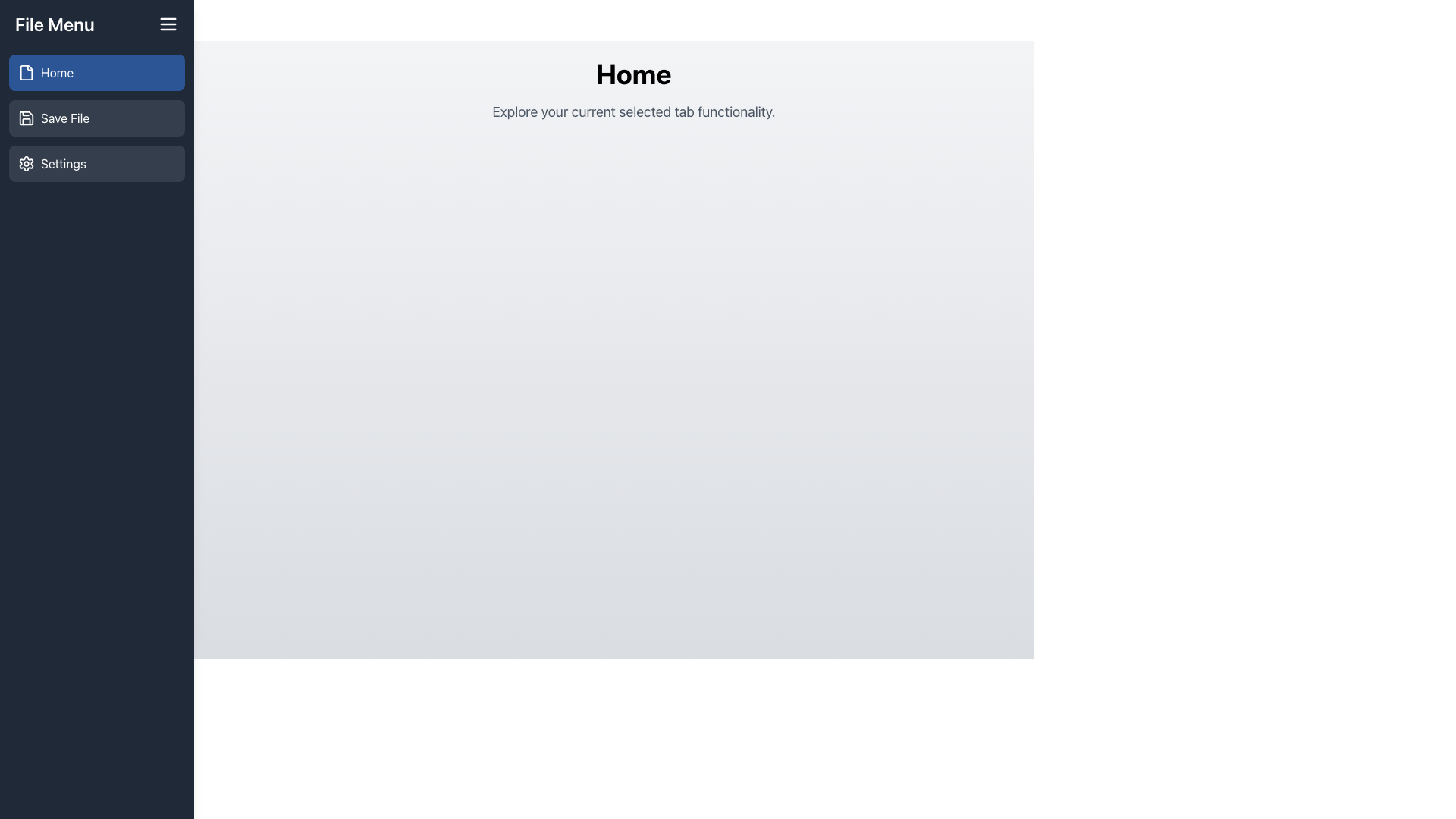  What do you see at coordinates (26, 164) in the screenshot?
I see `the gear-shaped icon located in the 'Settings' menu` at bounding box center [26, 164].